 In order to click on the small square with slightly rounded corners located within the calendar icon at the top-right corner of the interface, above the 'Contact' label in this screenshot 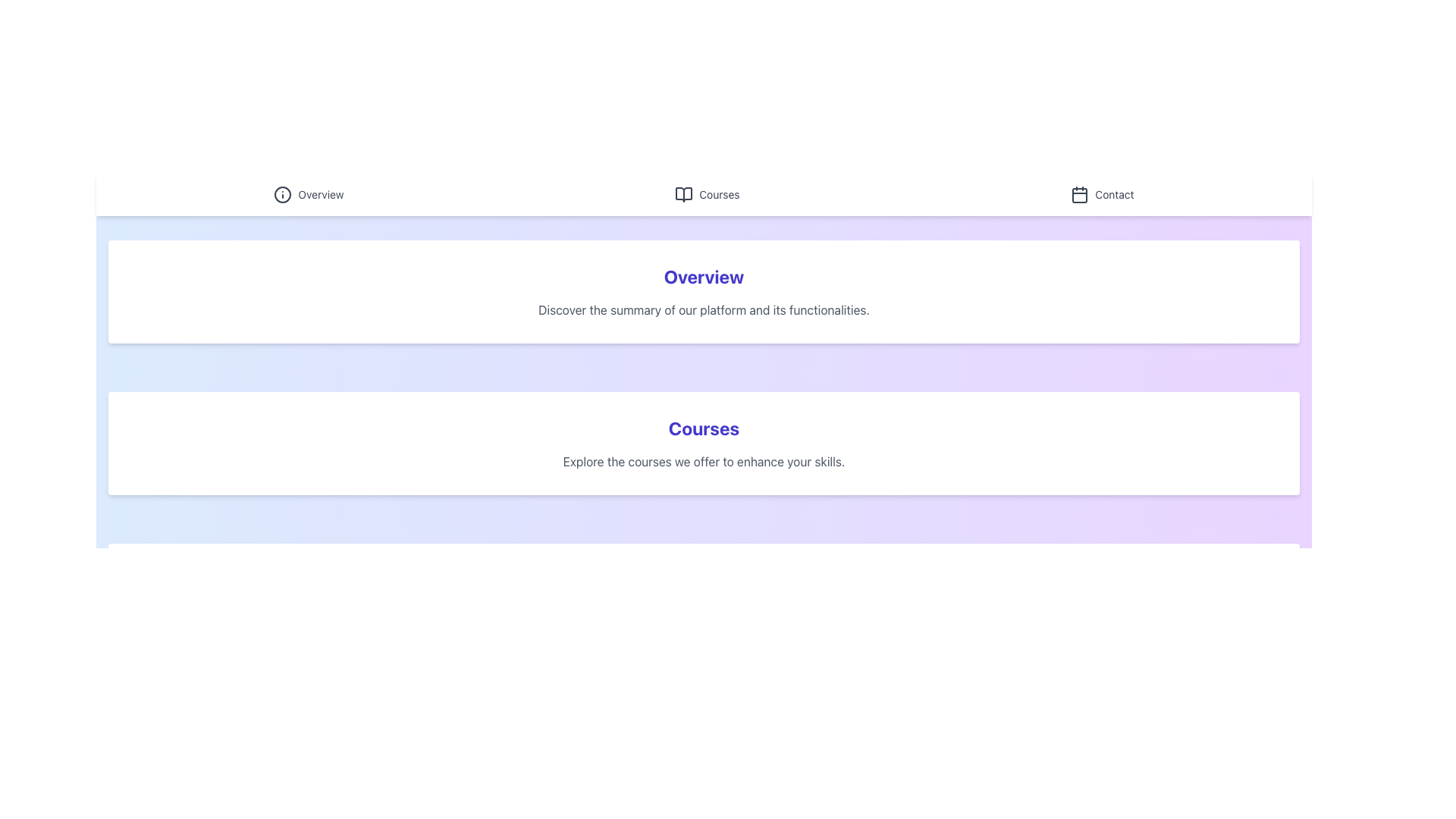, I will do `click(1079, 195)`.